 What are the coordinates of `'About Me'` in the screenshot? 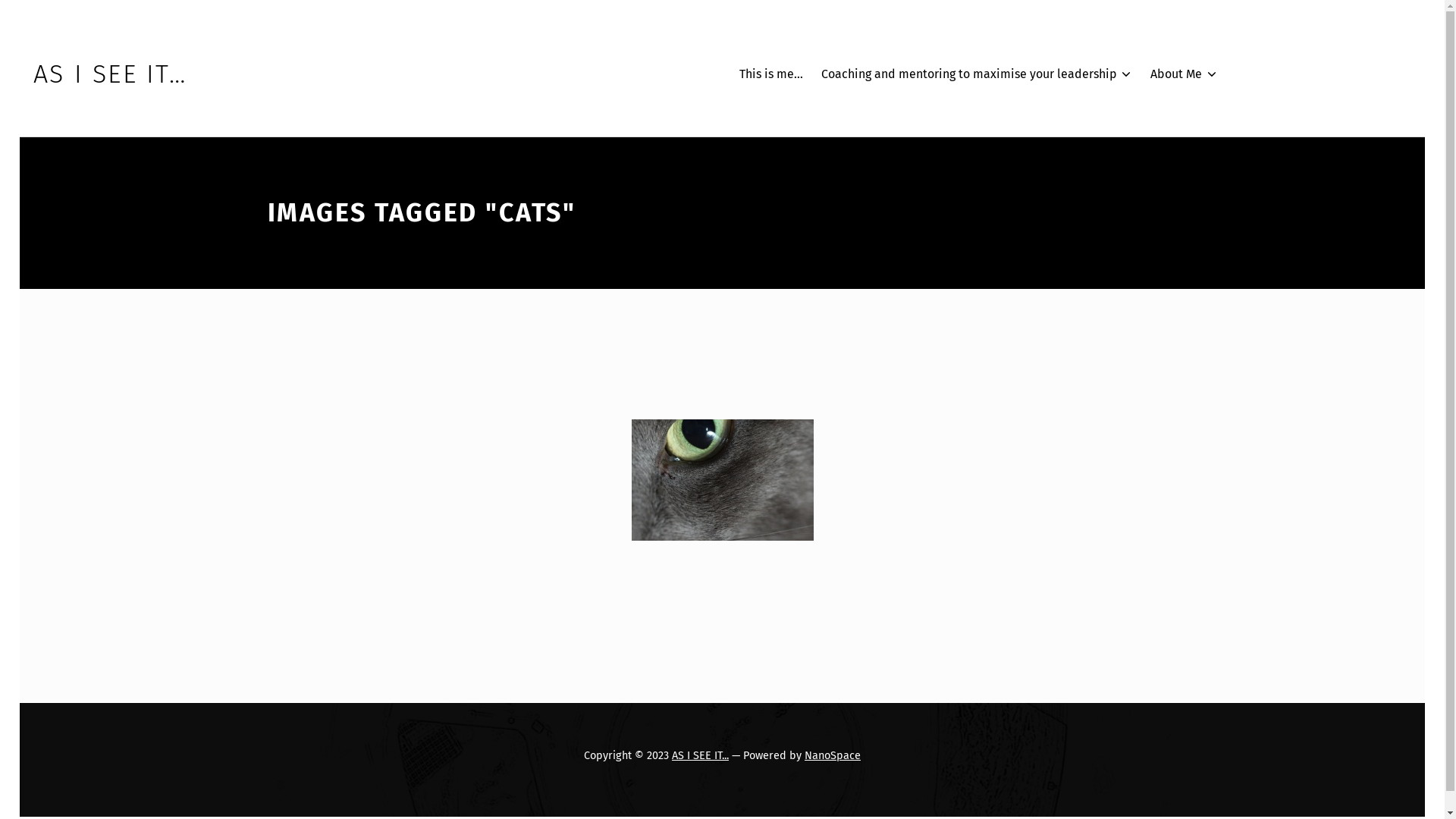 It's located at (1183, 74).